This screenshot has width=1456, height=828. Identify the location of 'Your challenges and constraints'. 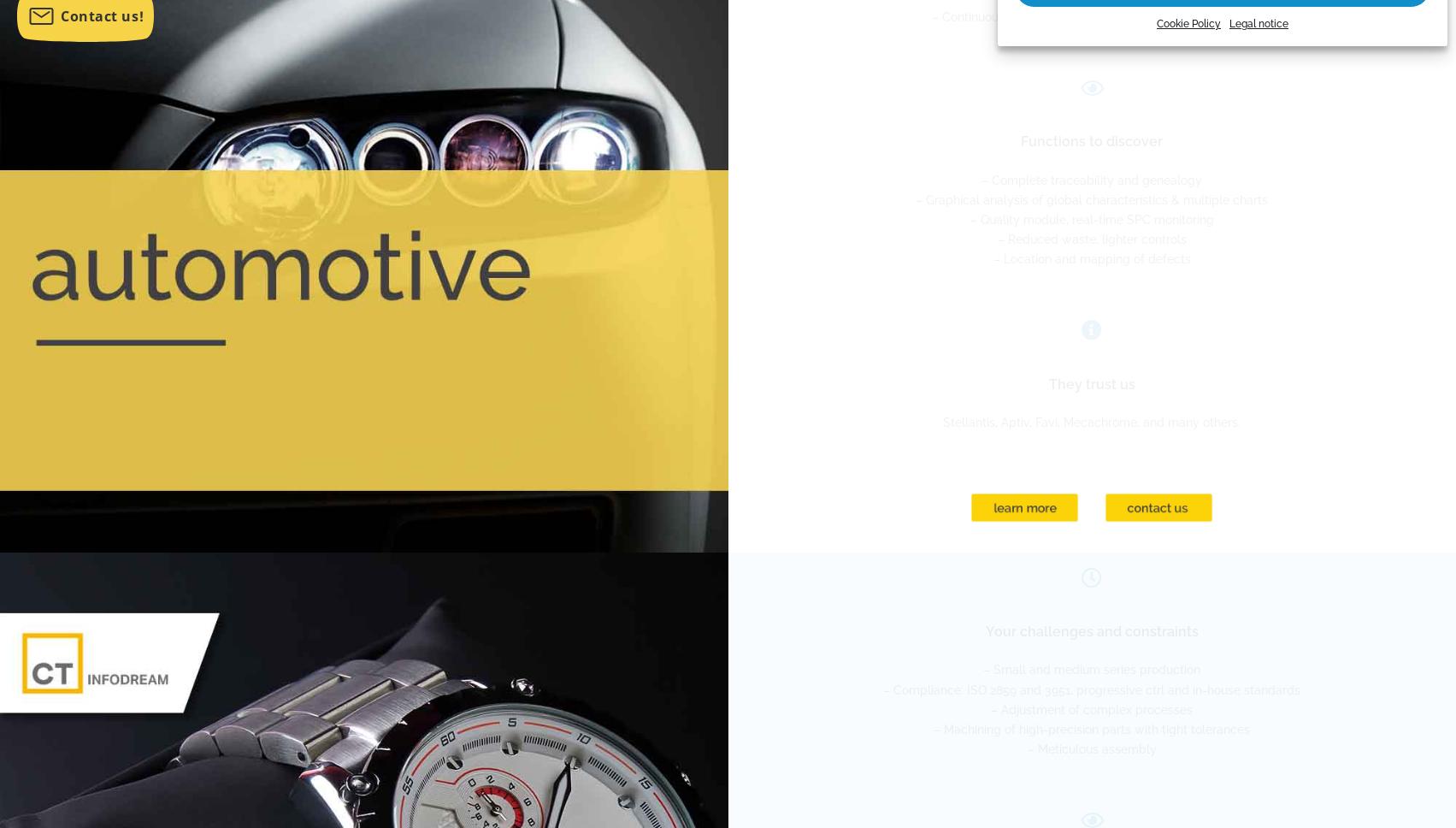
(1090, 631).